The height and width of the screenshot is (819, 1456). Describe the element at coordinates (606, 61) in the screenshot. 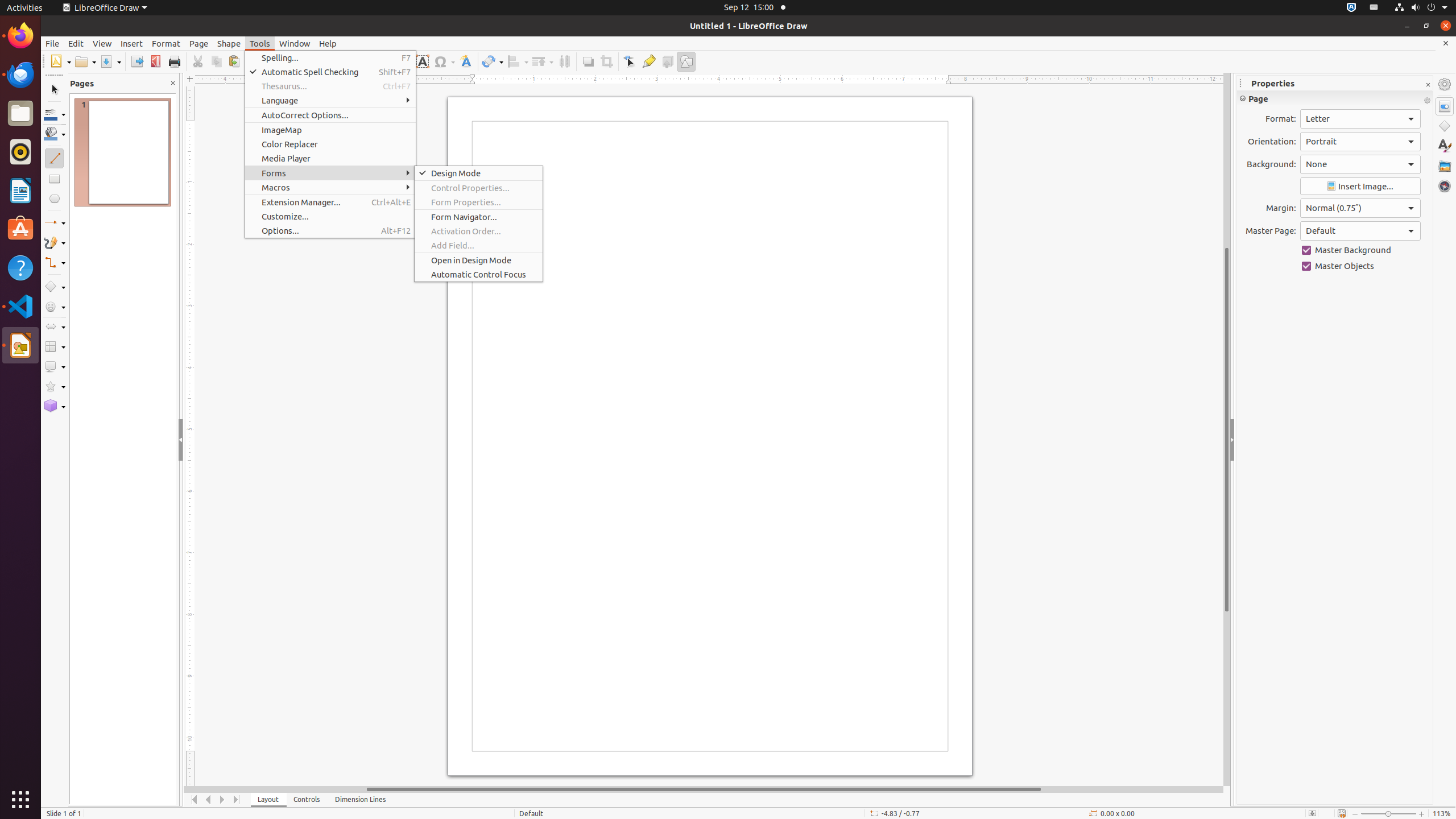

I see `'Crop'` at that location.